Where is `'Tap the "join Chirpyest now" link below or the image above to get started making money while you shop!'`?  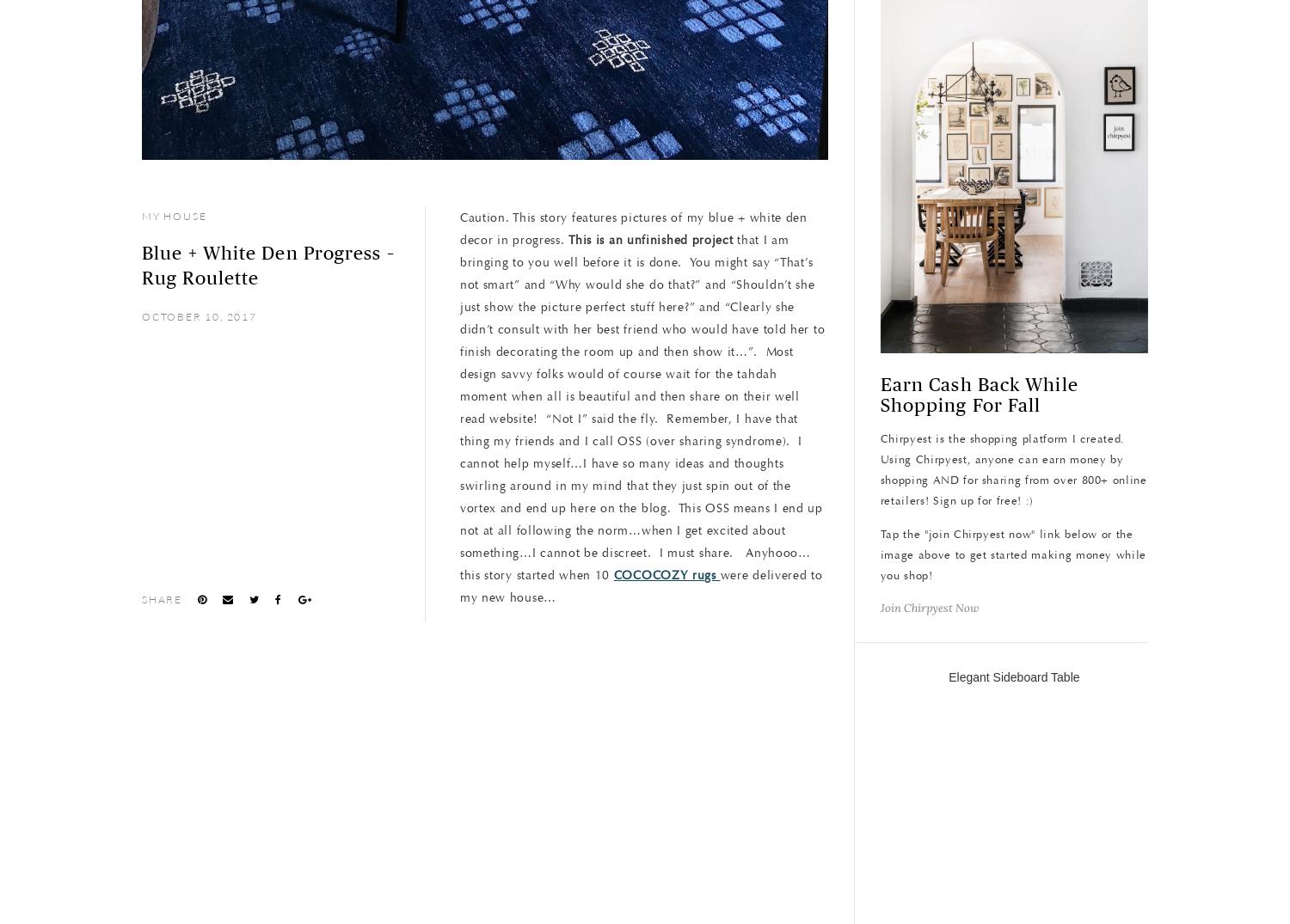 'Tap the "join Chirpyest now" link below or the image above to get started making money while you shop!' is located at coordinates (1012, 554).